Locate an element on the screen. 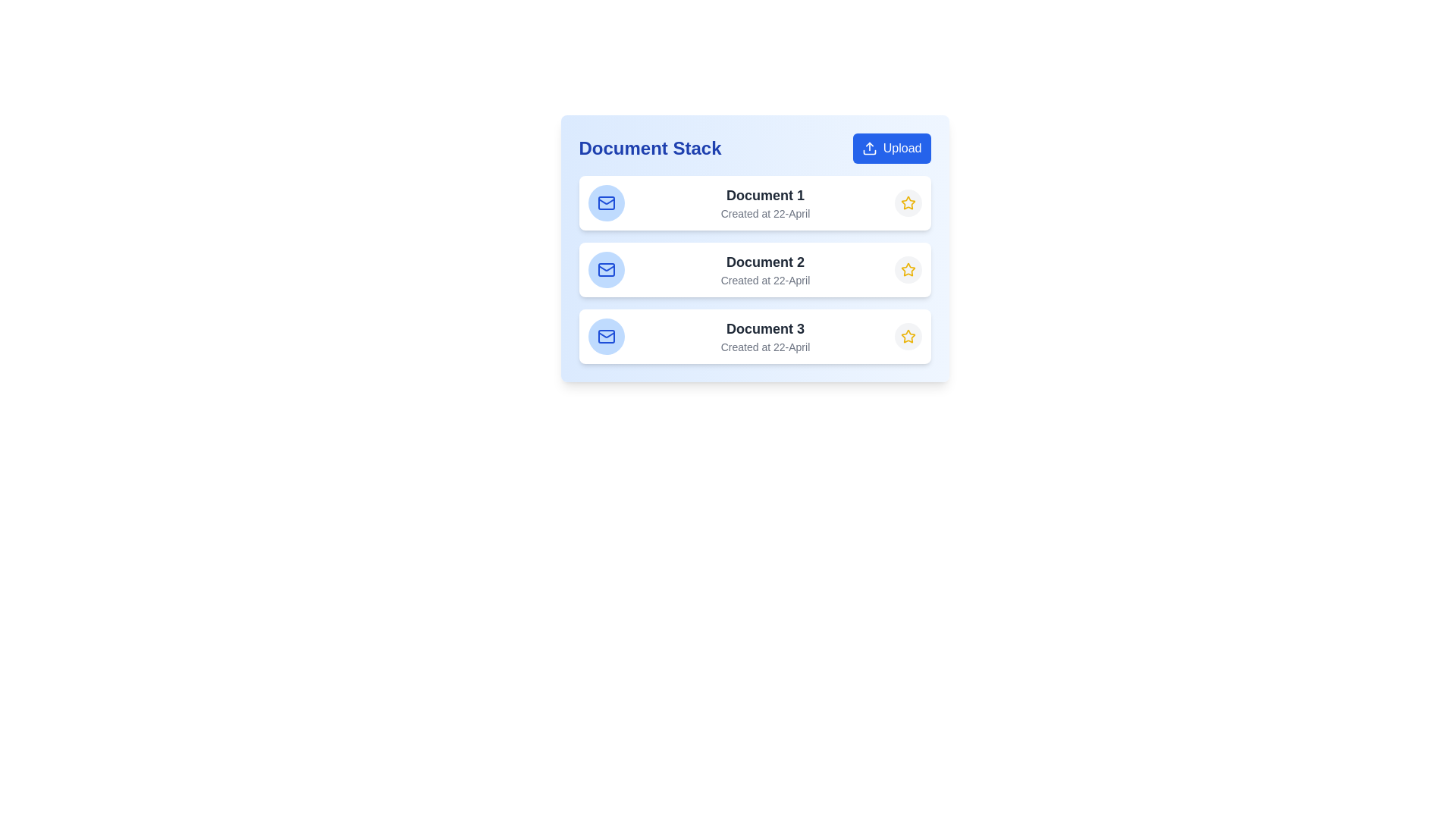 The height and width of the screenshot is (819, 1456). the static text label that reads 'Document 3', which is the third item in the 'Document Stack' list, positioned between 'Document 2' and its creation date is located at coordinates (765, 328).